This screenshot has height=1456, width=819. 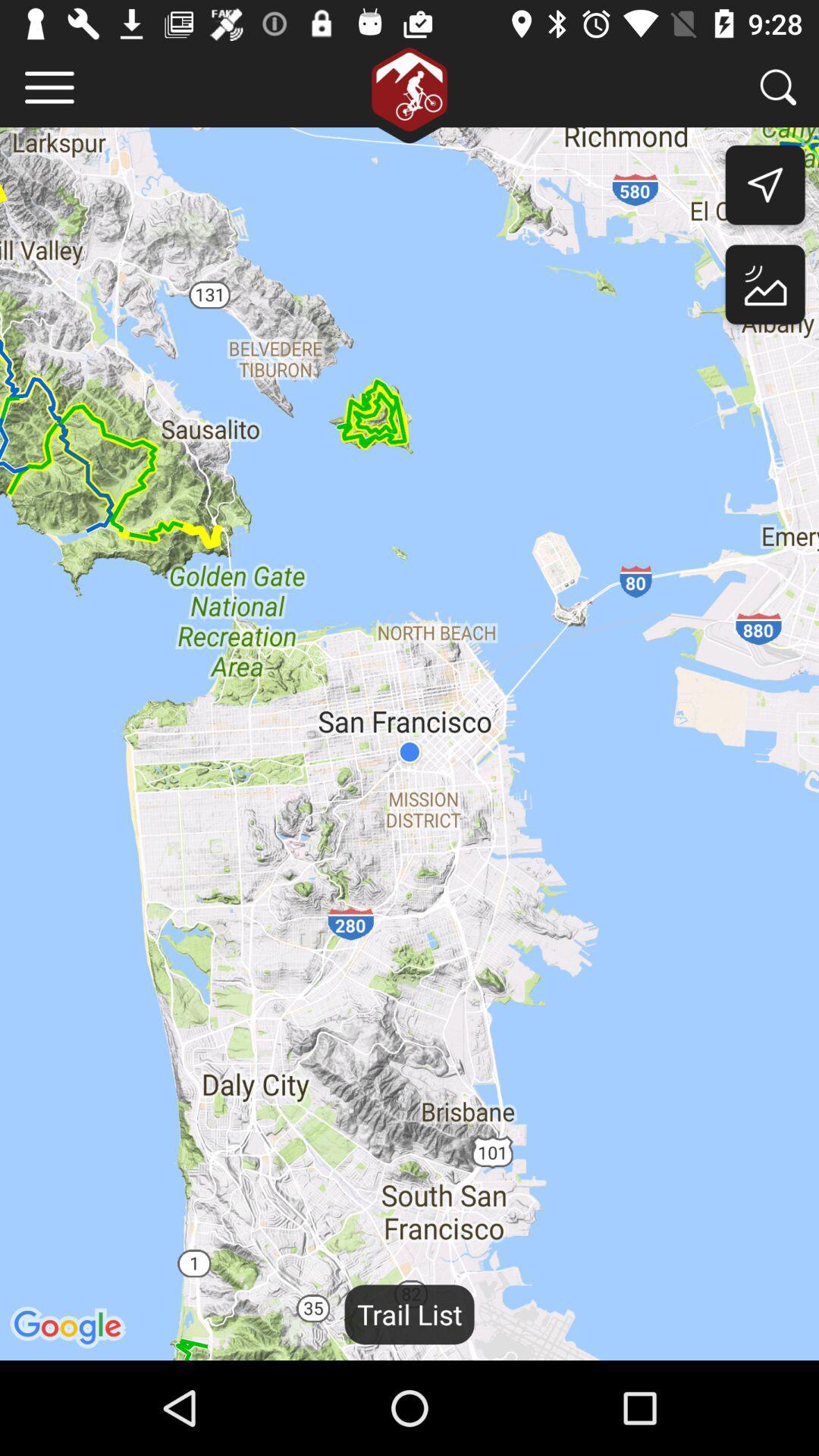 I want to click on the trail list, so click(x=409, y=1313).